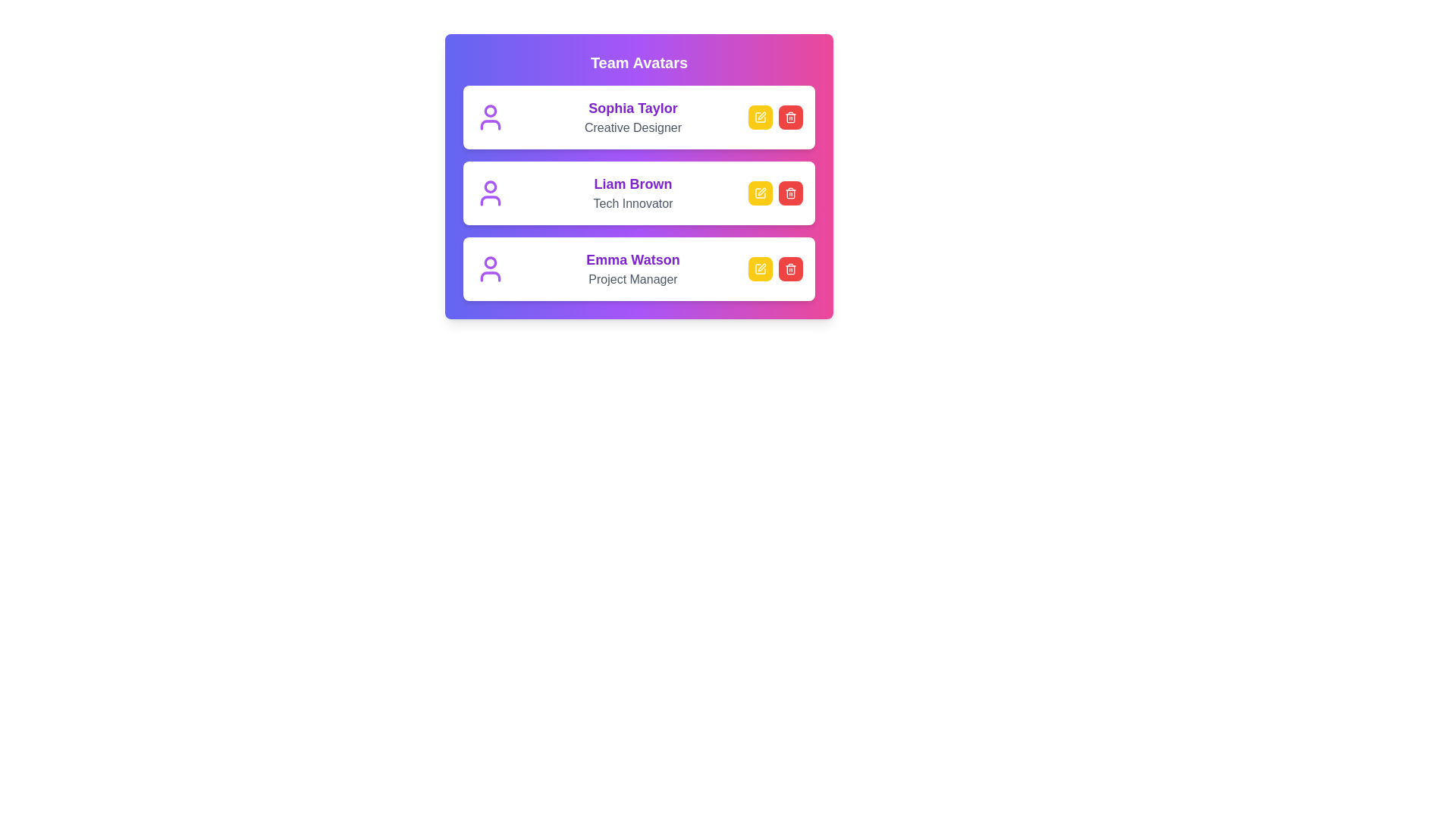 This screenshot has width=1456, height=819. Describe the element at coordinates (789, 192) in the screenshot. I see `the red delete button on the right side of the second row in the user profiles list` at that location.